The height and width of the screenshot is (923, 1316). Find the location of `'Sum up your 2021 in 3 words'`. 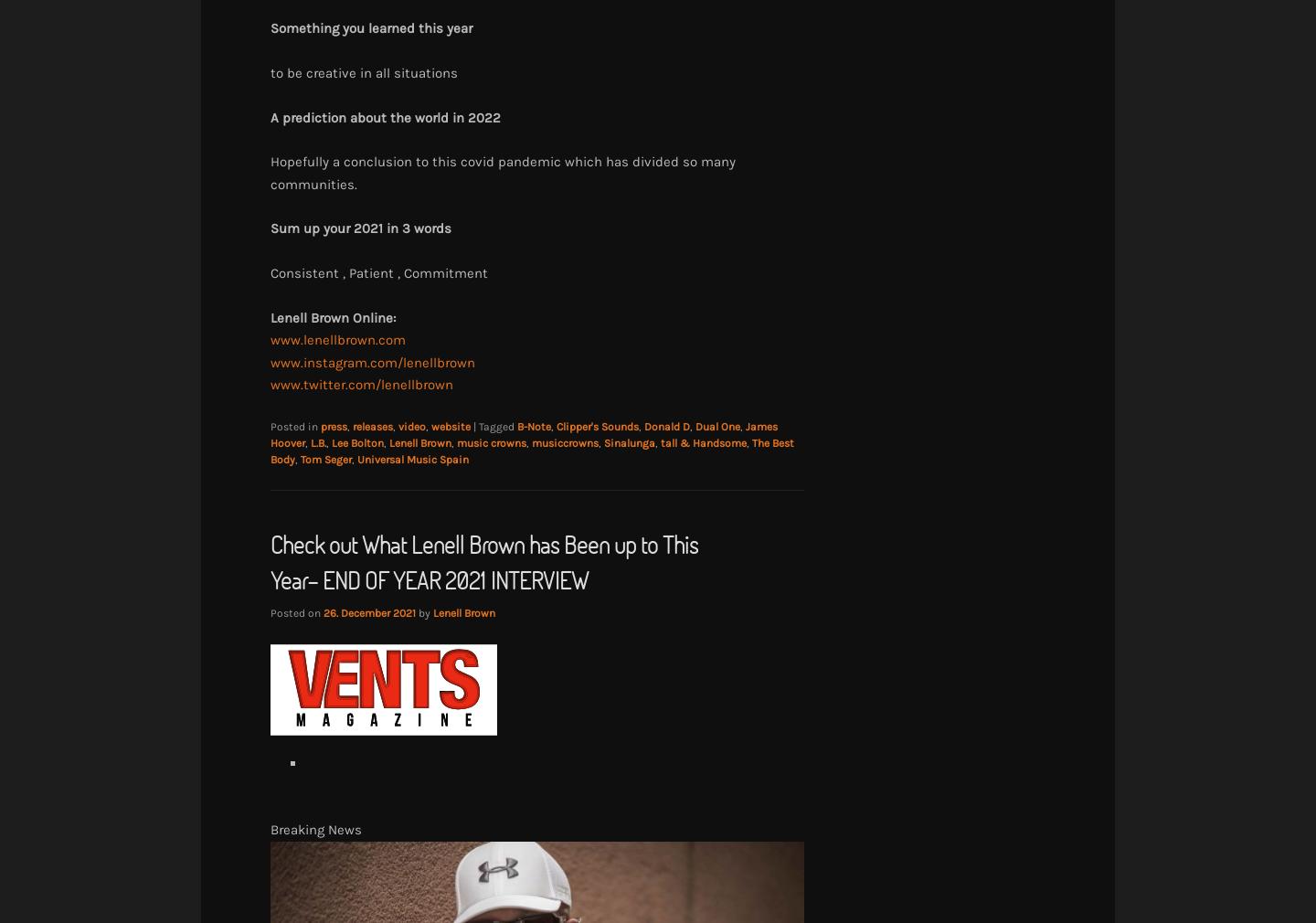

'Sum up your 2021 in 3 words' is located at coordinates (359, 227).